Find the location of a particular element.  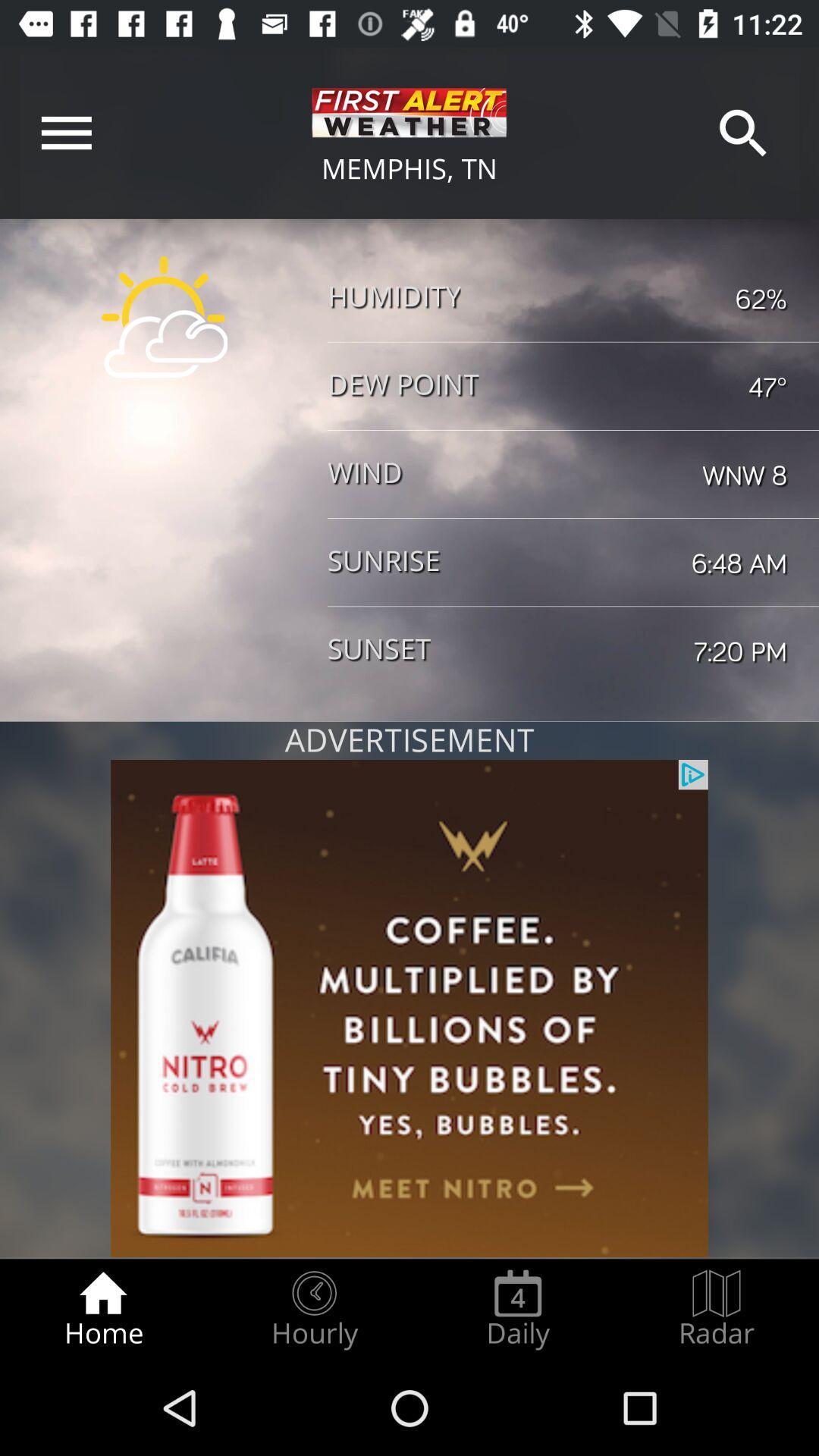

item next to daily item is located at coordinates (313, 1309).